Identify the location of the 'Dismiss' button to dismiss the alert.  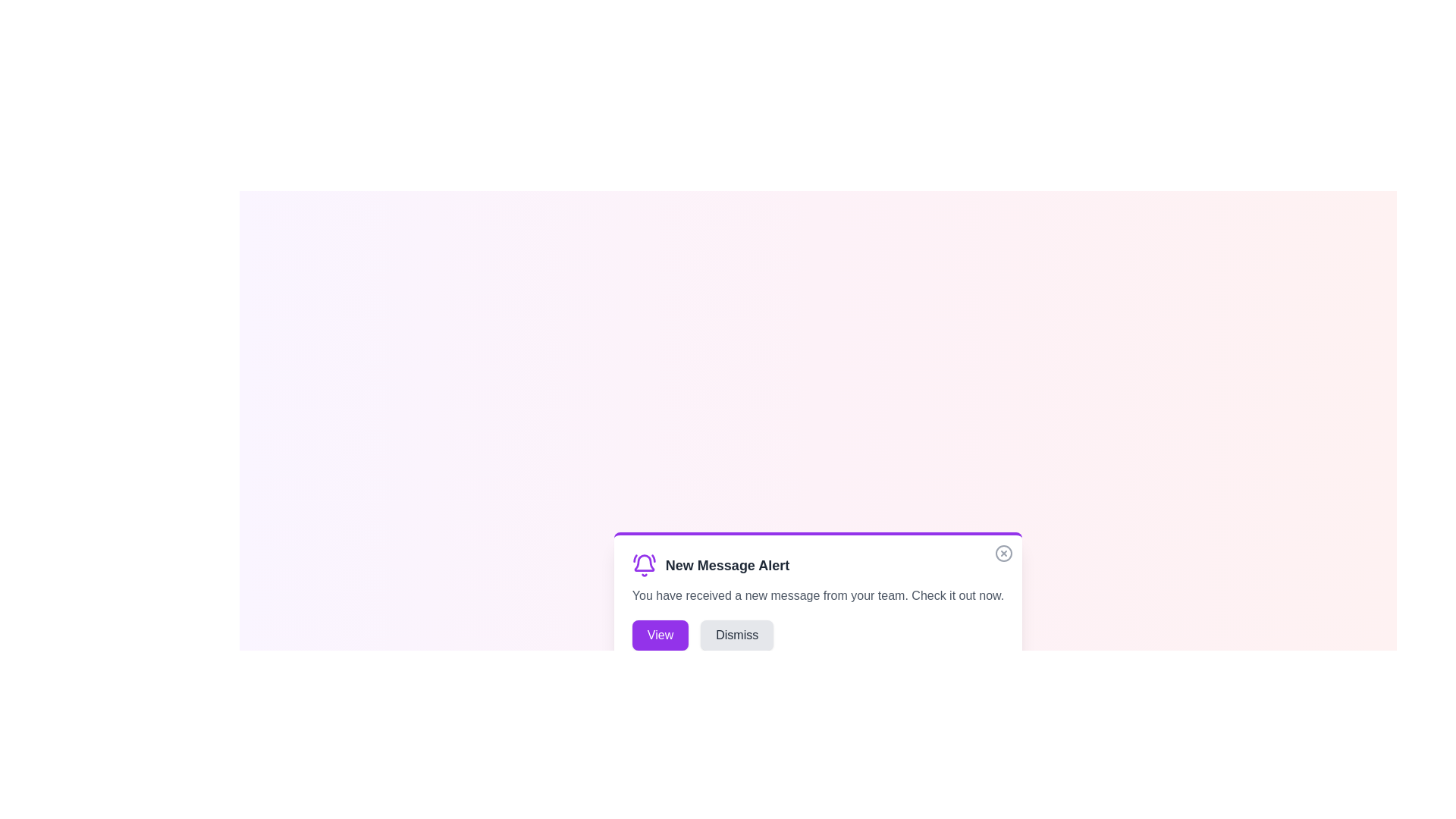
(736, 635).